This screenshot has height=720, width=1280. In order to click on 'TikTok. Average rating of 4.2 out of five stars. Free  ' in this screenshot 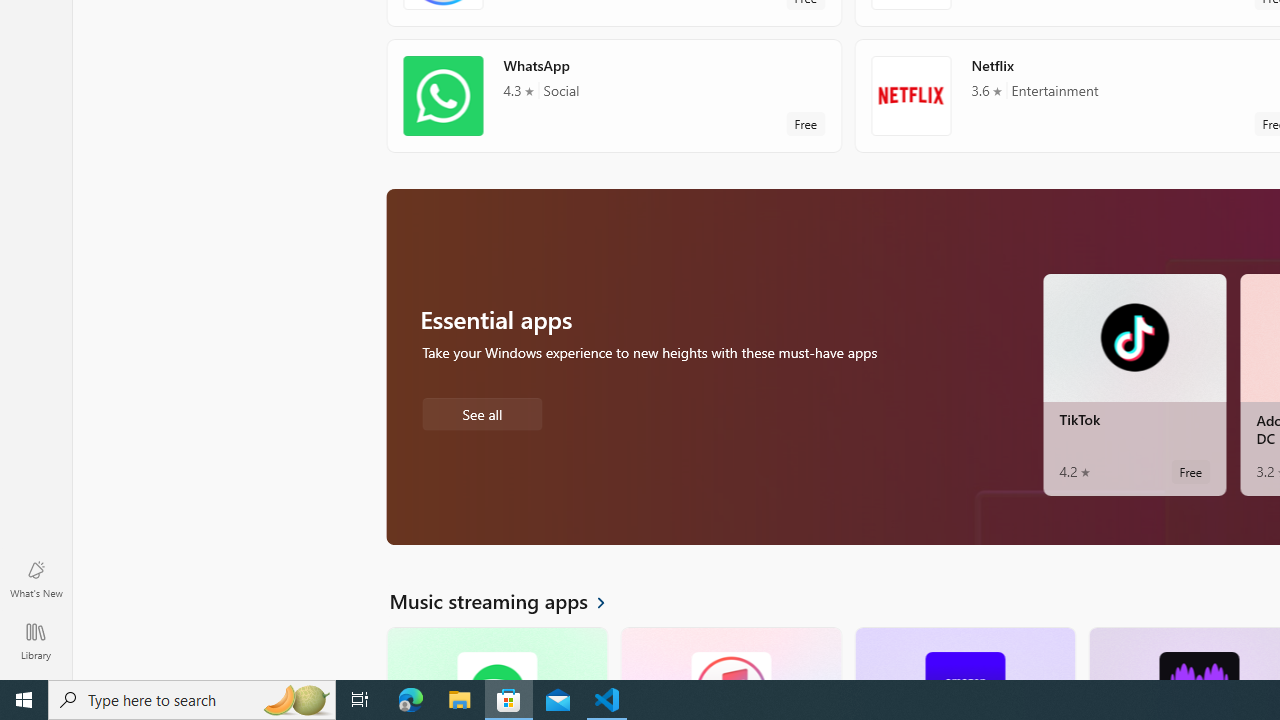, I will do `click(1134, 384)`.